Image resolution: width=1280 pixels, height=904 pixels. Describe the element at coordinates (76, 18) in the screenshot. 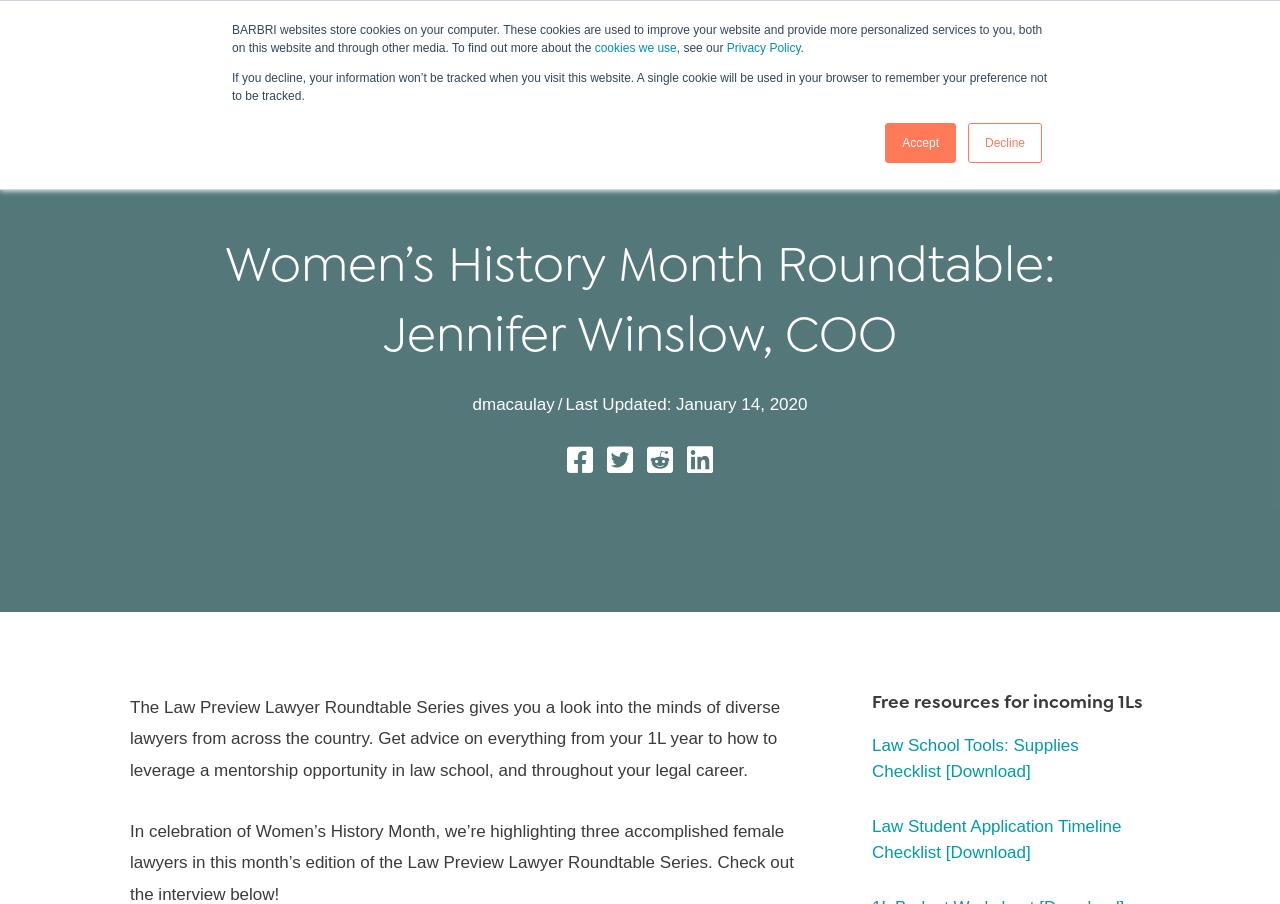

I see `'Visit BARBRI.com'` at that location.